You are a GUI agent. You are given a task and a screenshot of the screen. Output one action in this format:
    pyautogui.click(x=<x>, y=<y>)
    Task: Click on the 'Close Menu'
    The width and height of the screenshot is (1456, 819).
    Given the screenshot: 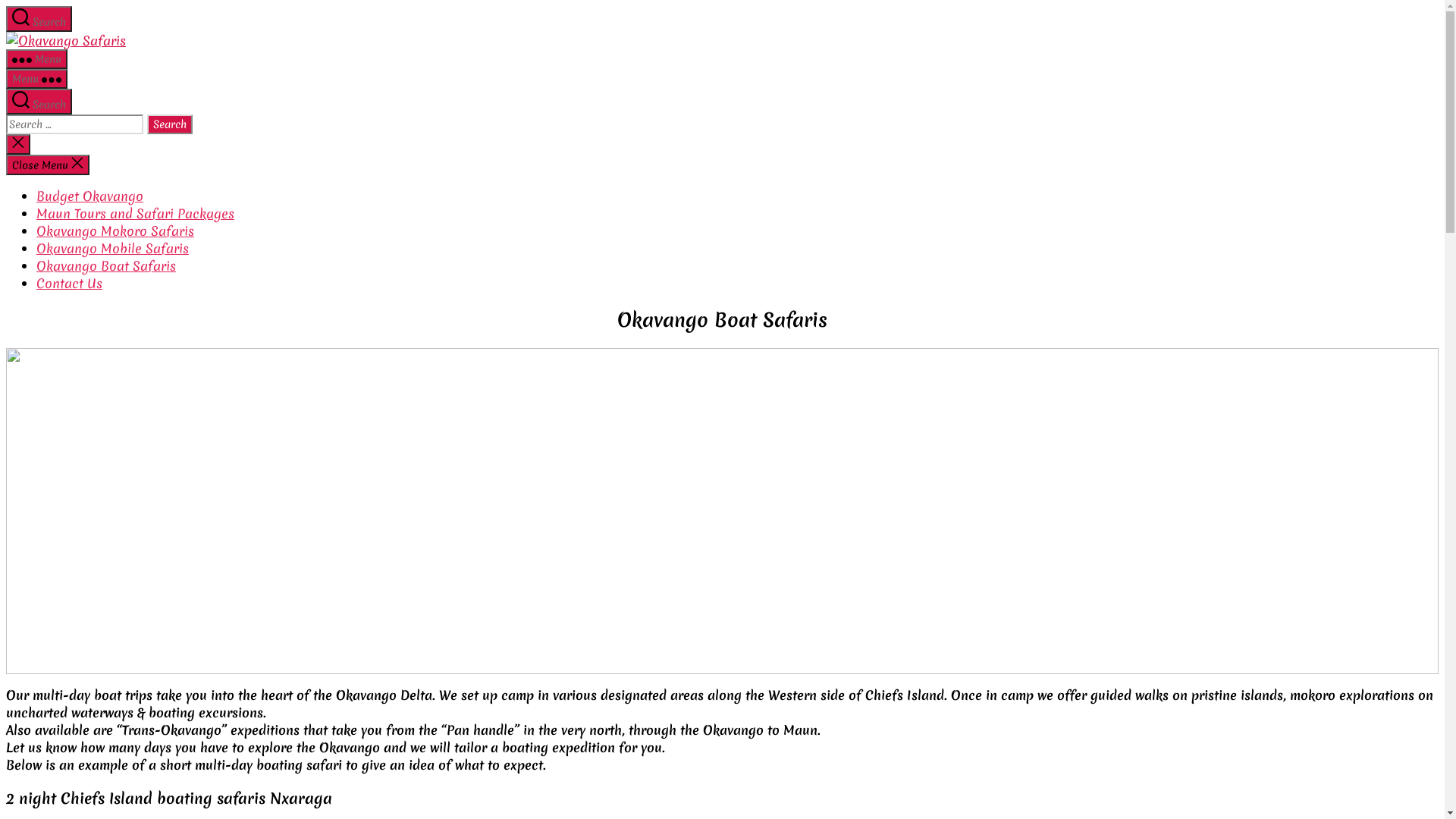 What is the action you would take?
    pyautogui.click(x=47, y=165)
    